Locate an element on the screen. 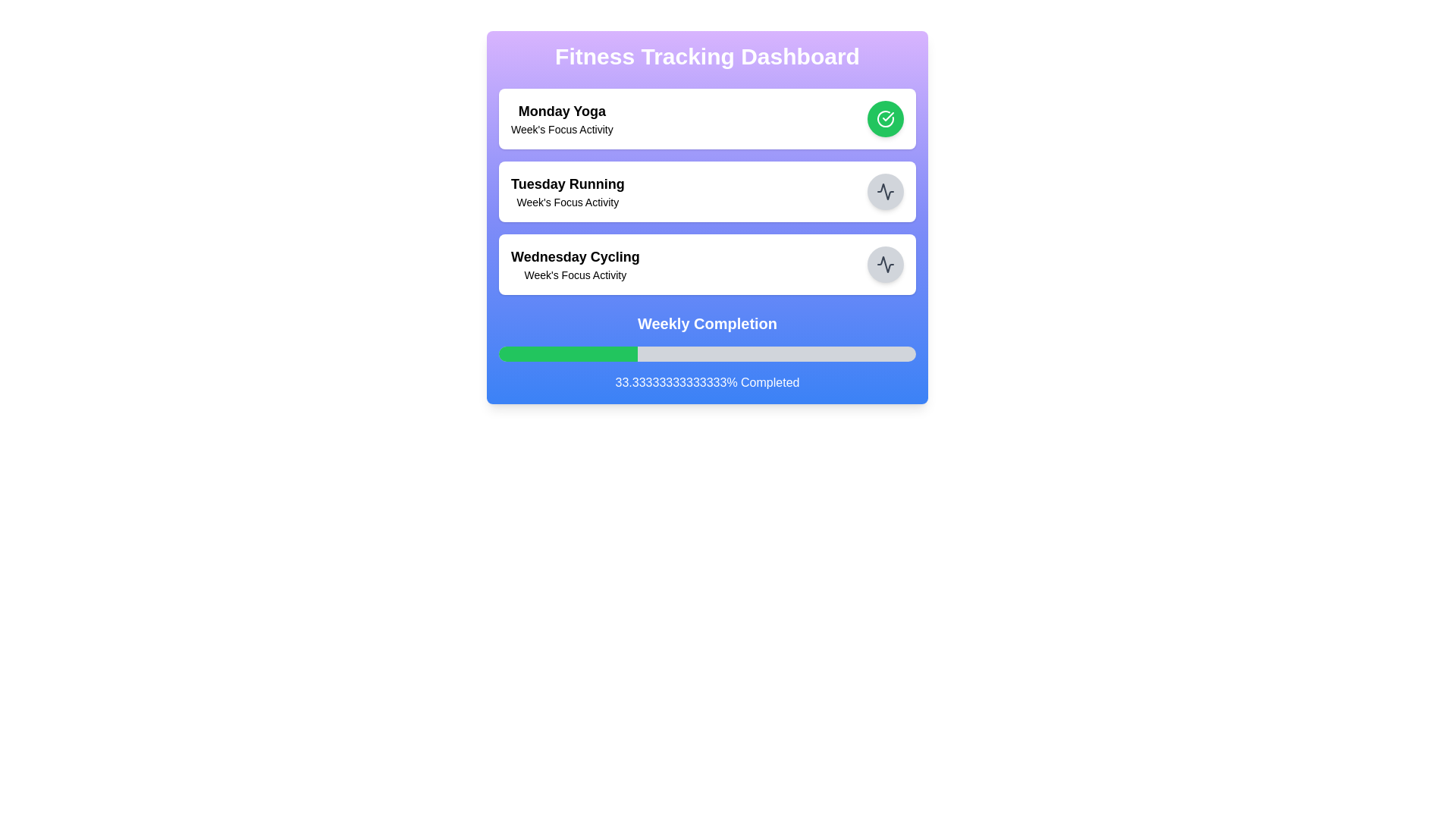  the text content of the second List item card representing 'Tuesday Running' in the Fitness Tracking Dashboard is located at coordinates (706, 191).